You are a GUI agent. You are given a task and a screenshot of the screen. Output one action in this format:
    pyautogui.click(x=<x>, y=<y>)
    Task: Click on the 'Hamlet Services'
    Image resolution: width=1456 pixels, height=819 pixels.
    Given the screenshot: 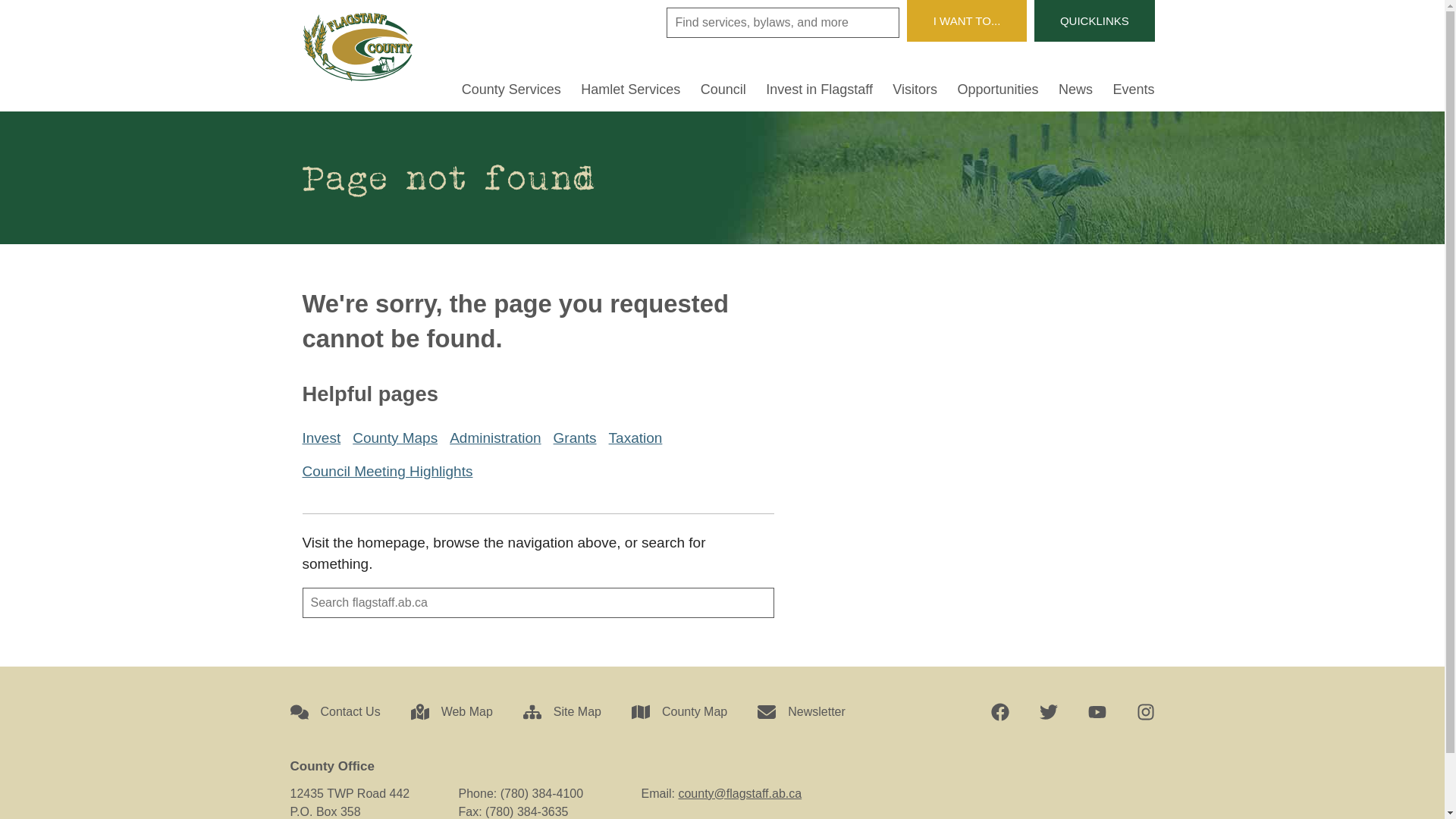 What is the action you would take?
    pyautogui.click(x=630, y=93)
    